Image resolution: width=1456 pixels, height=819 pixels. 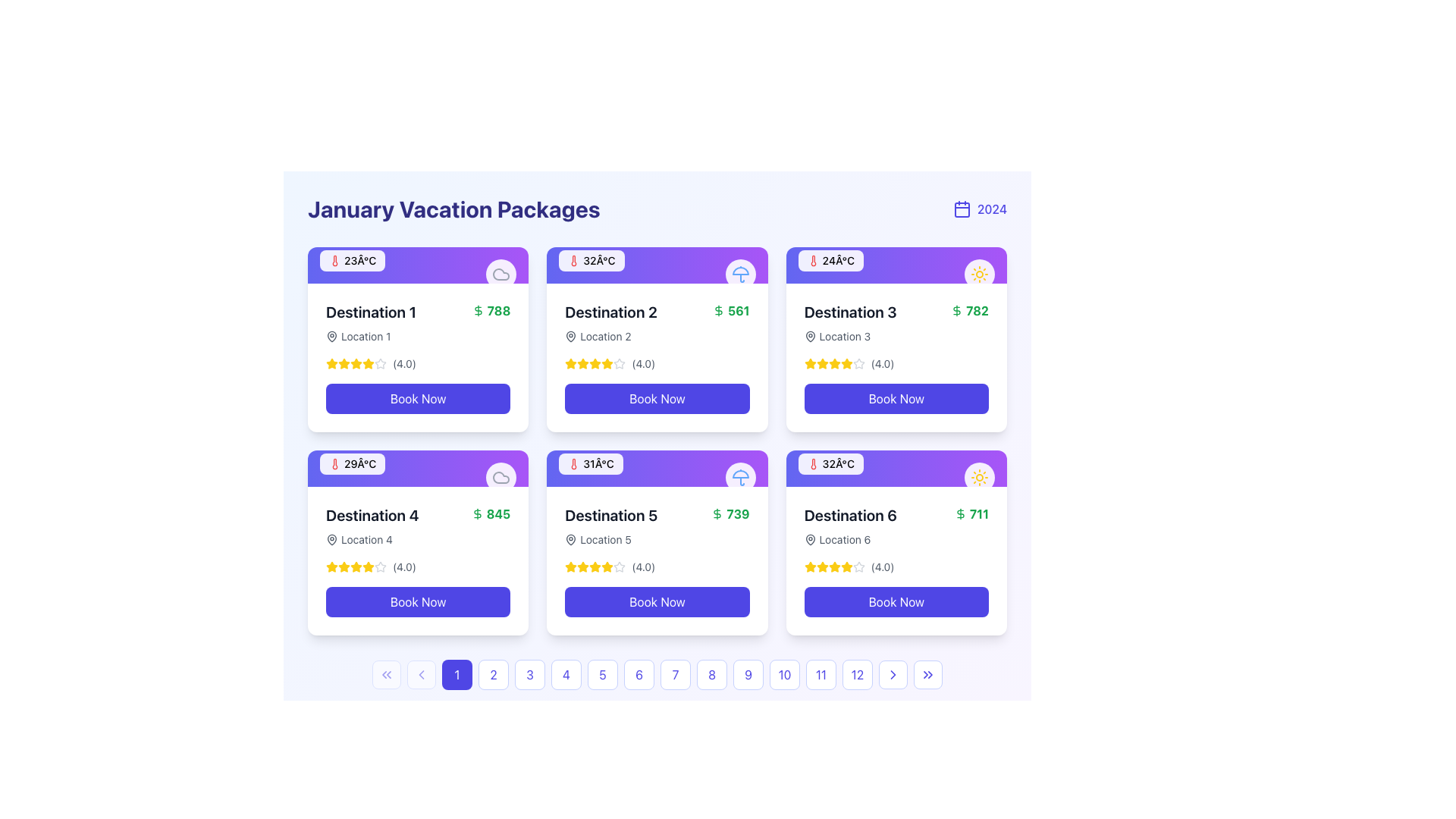 I want to click on text content of the text label component displaying the average rating score for the fifth vacation package, located to the right of the star icons, so click(x=643, y=567).